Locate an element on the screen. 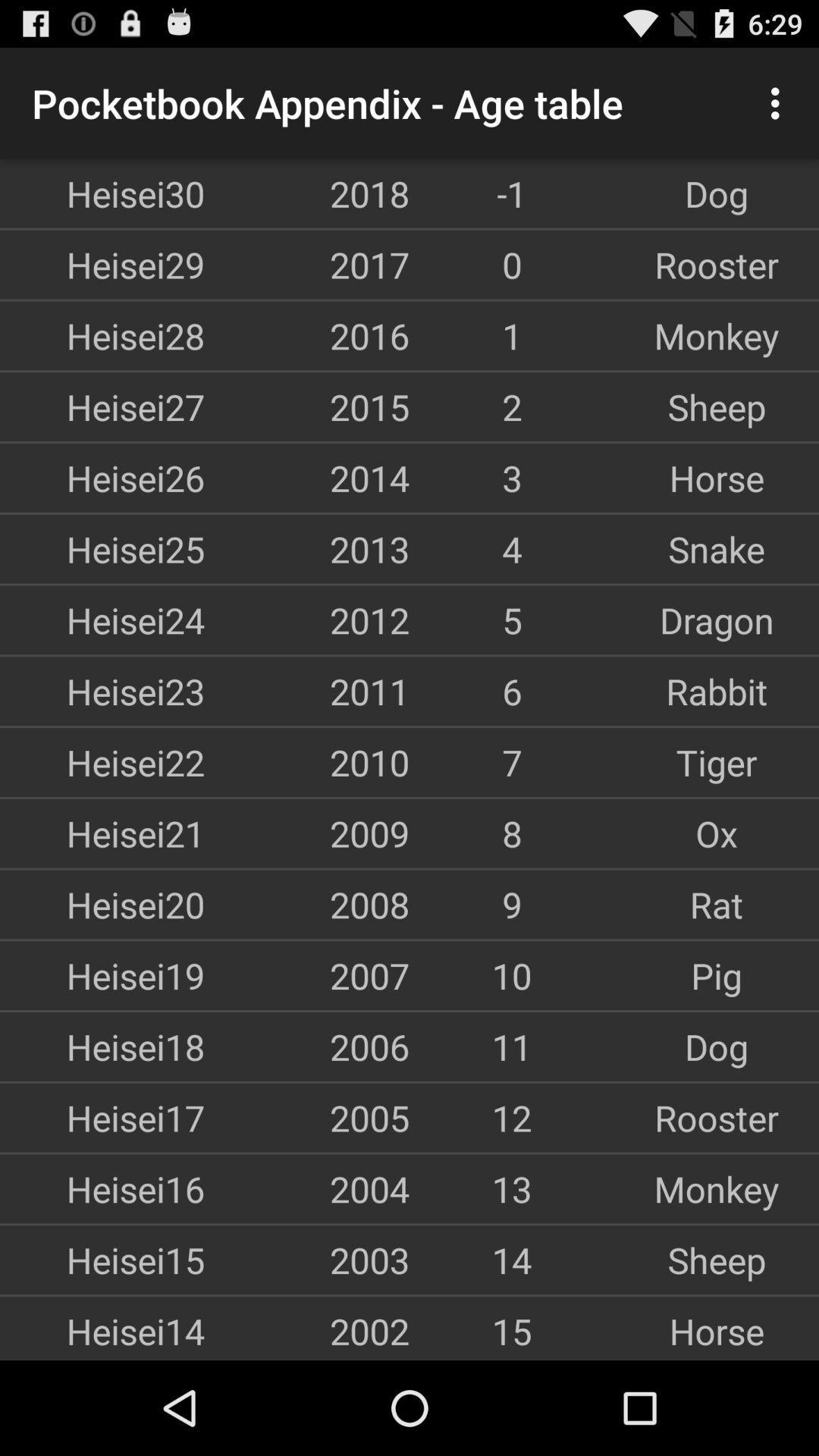 This screenshot has width=819, height=1456. the icon above heisei23 icon is located at coordinates (102, 620).